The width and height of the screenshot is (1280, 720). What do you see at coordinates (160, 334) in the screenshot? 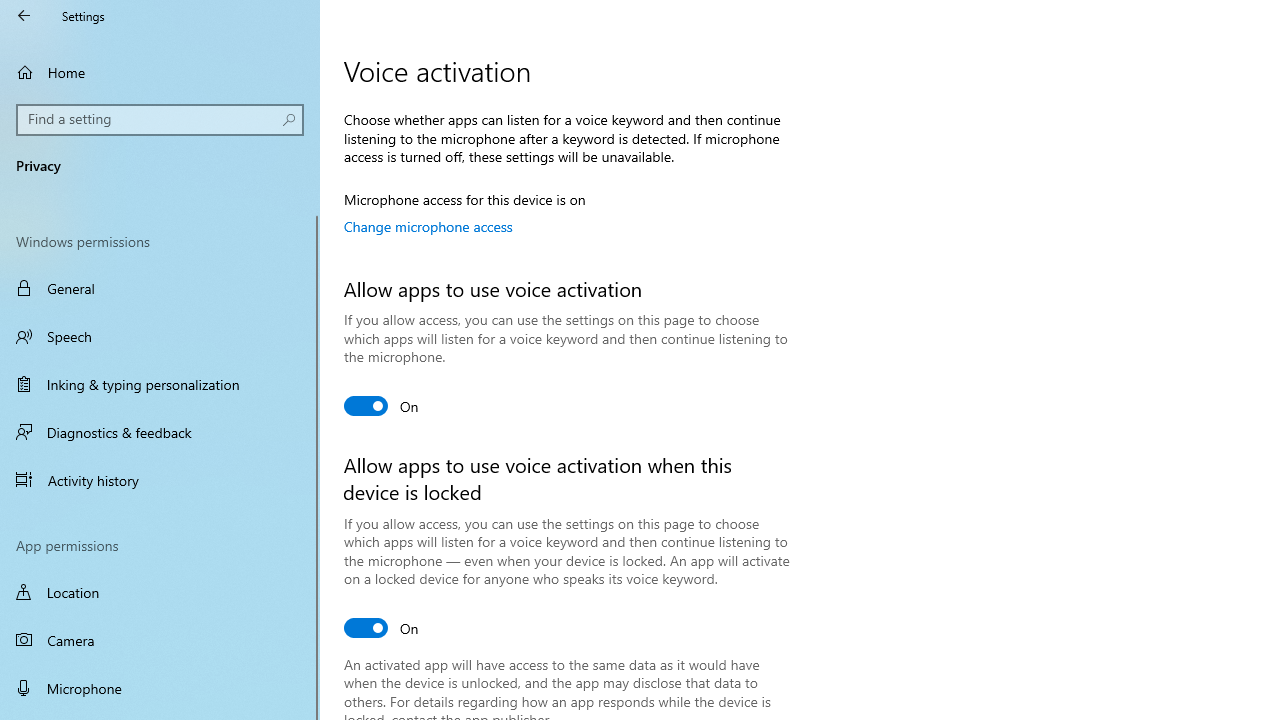
I see `'Speech'` at bounding box center [160, 334].